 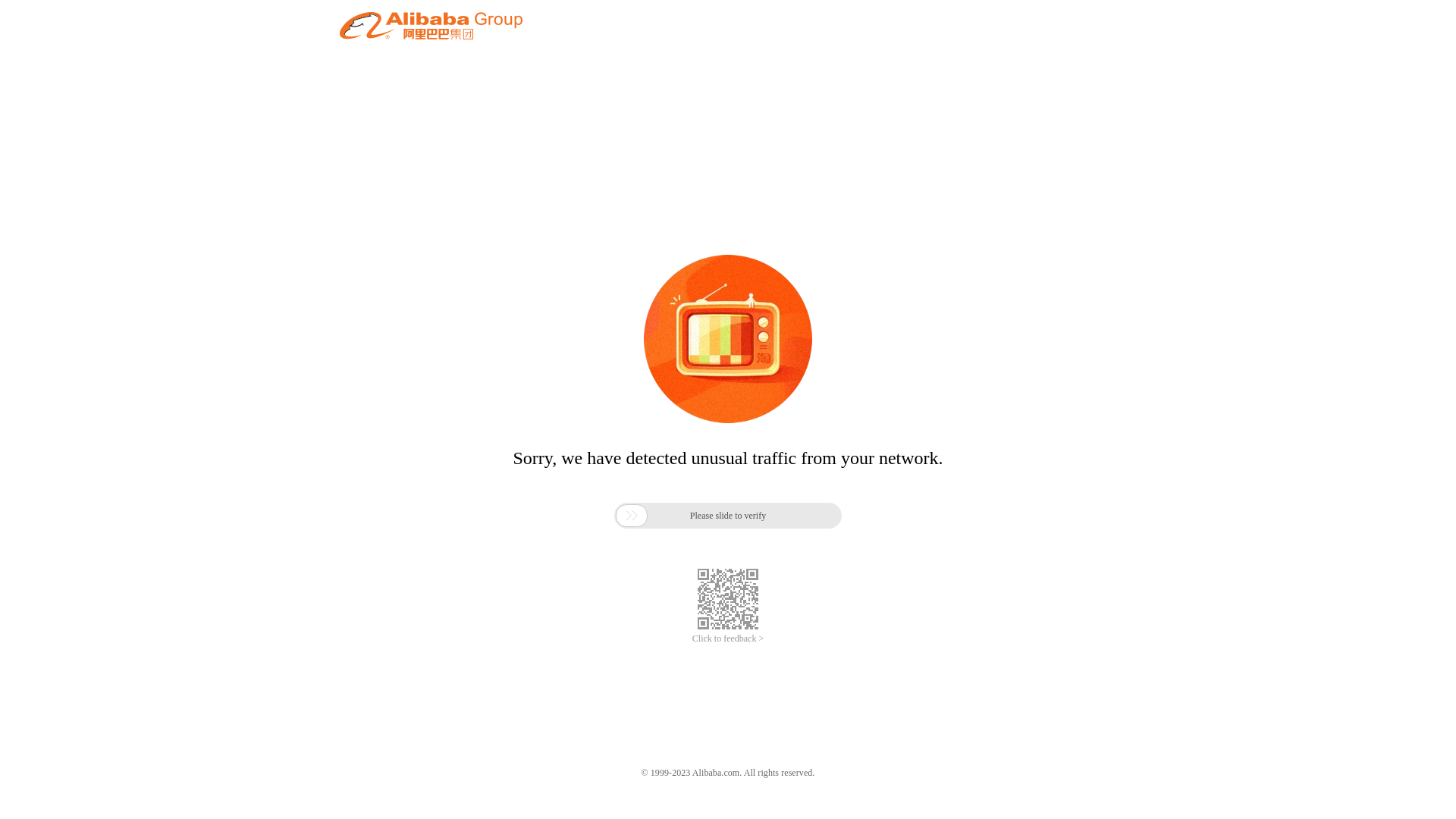 I want to click on 'Click to feedback >', so click(x=691, y=639).